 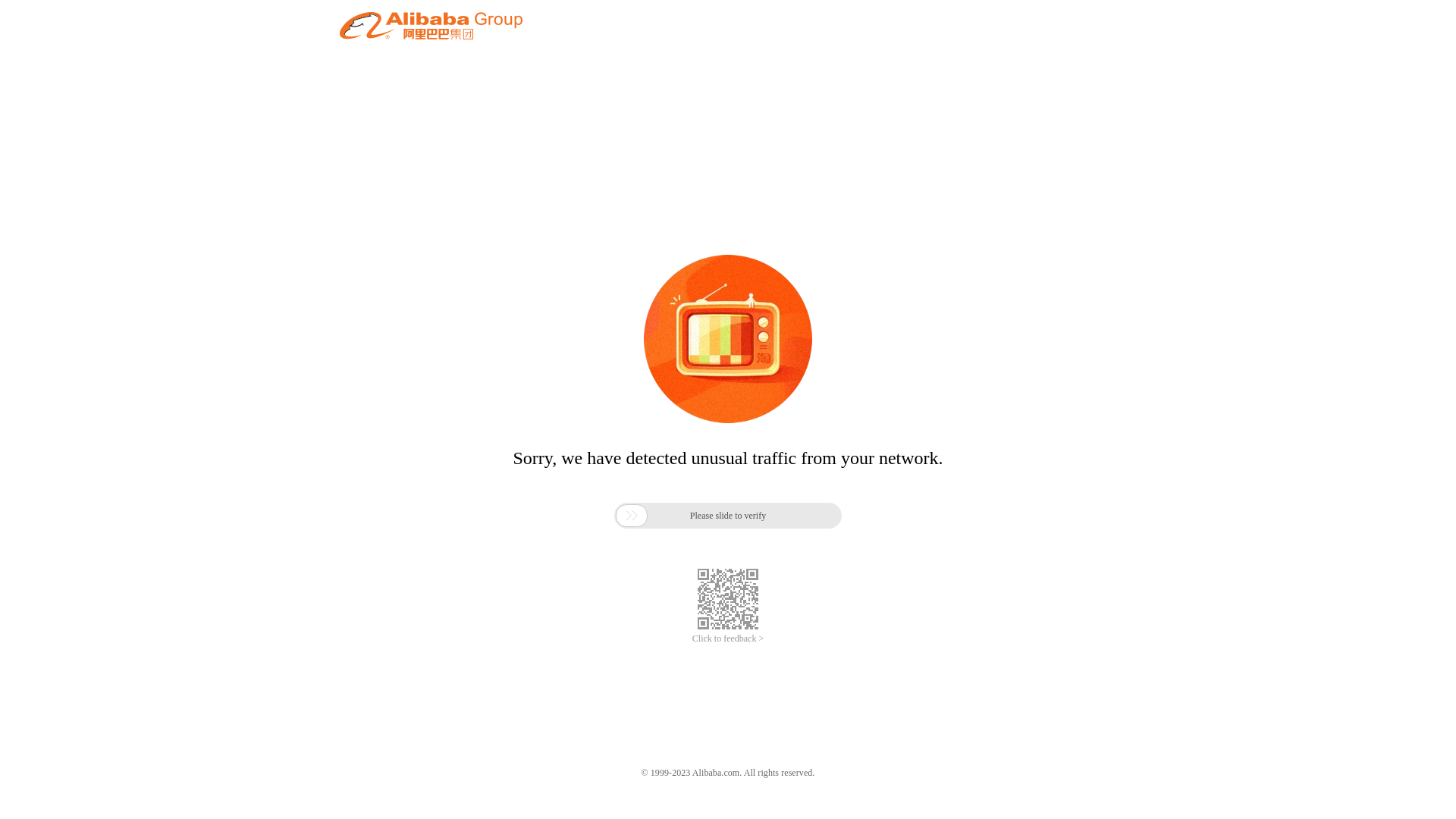 I want to click on 'Click to feedback >', so click(x=691, y=639).